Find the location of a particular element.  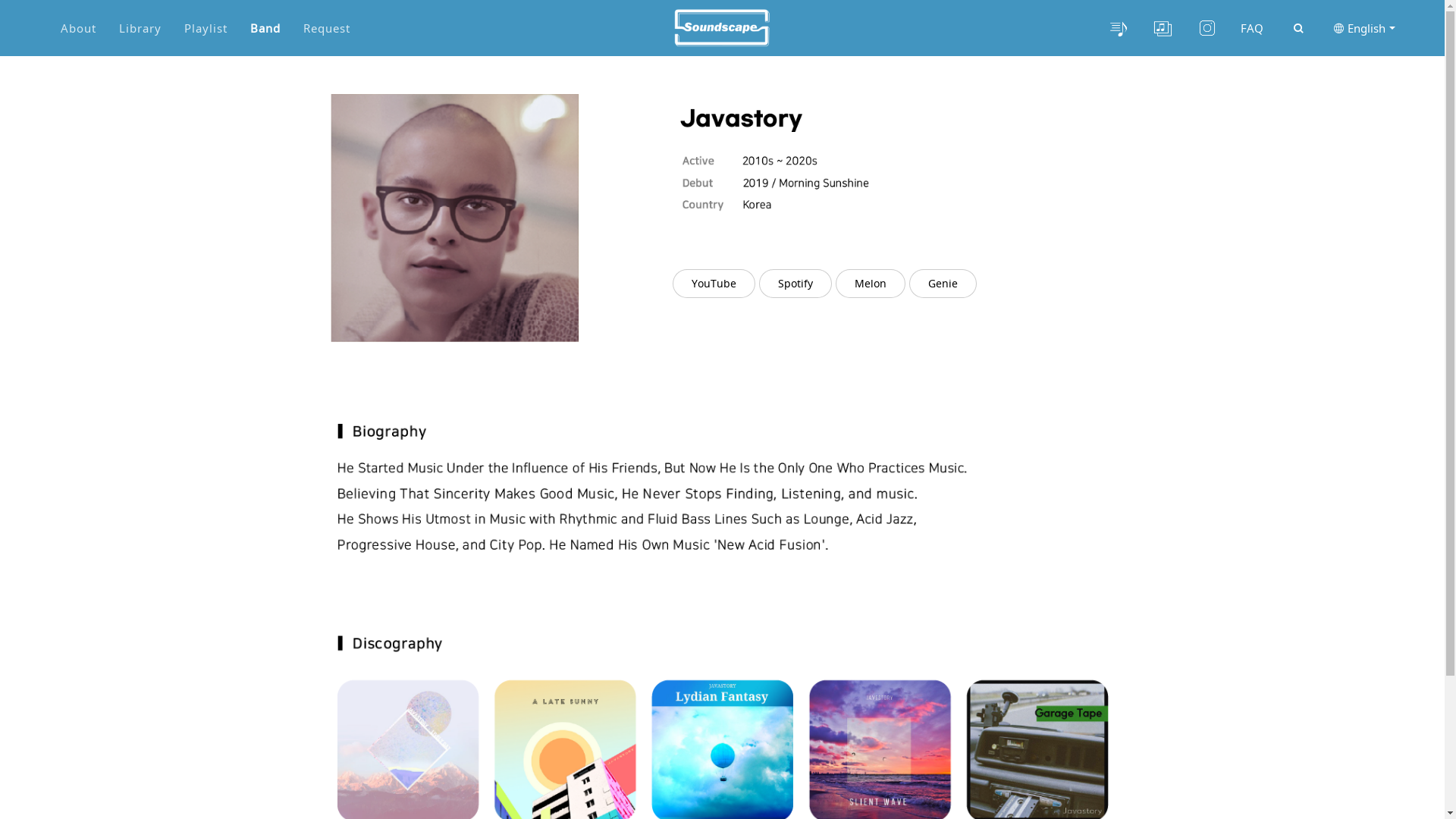

'About' is located at coordinates (77, 28).